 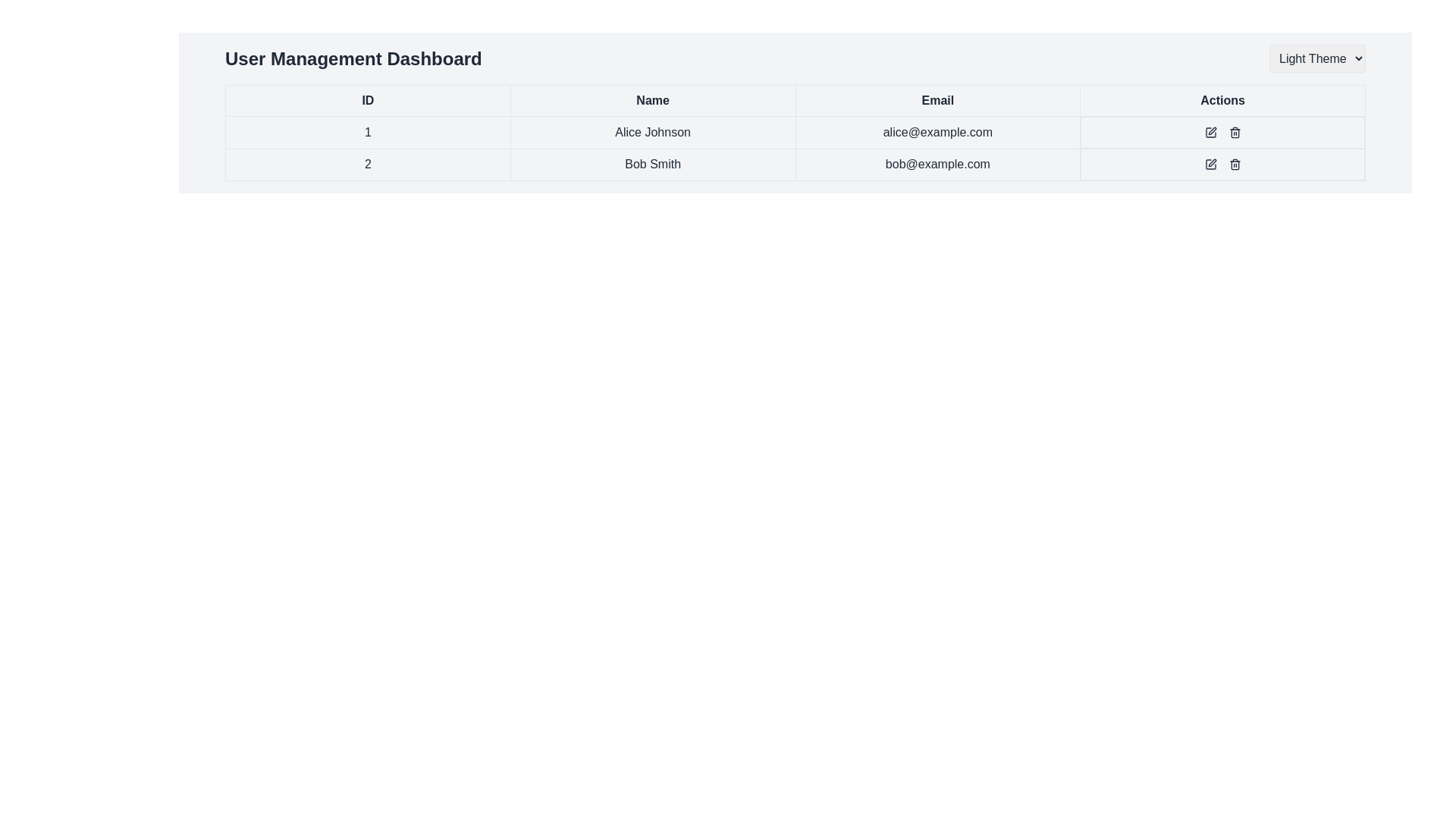 What do you see at coordinates (1210, 131) in the screenshot?
I see `the editing button in the 'Actions' column for the row containing 'Alice Johnson' to initiate editing` at bounding box center [1210, 131].